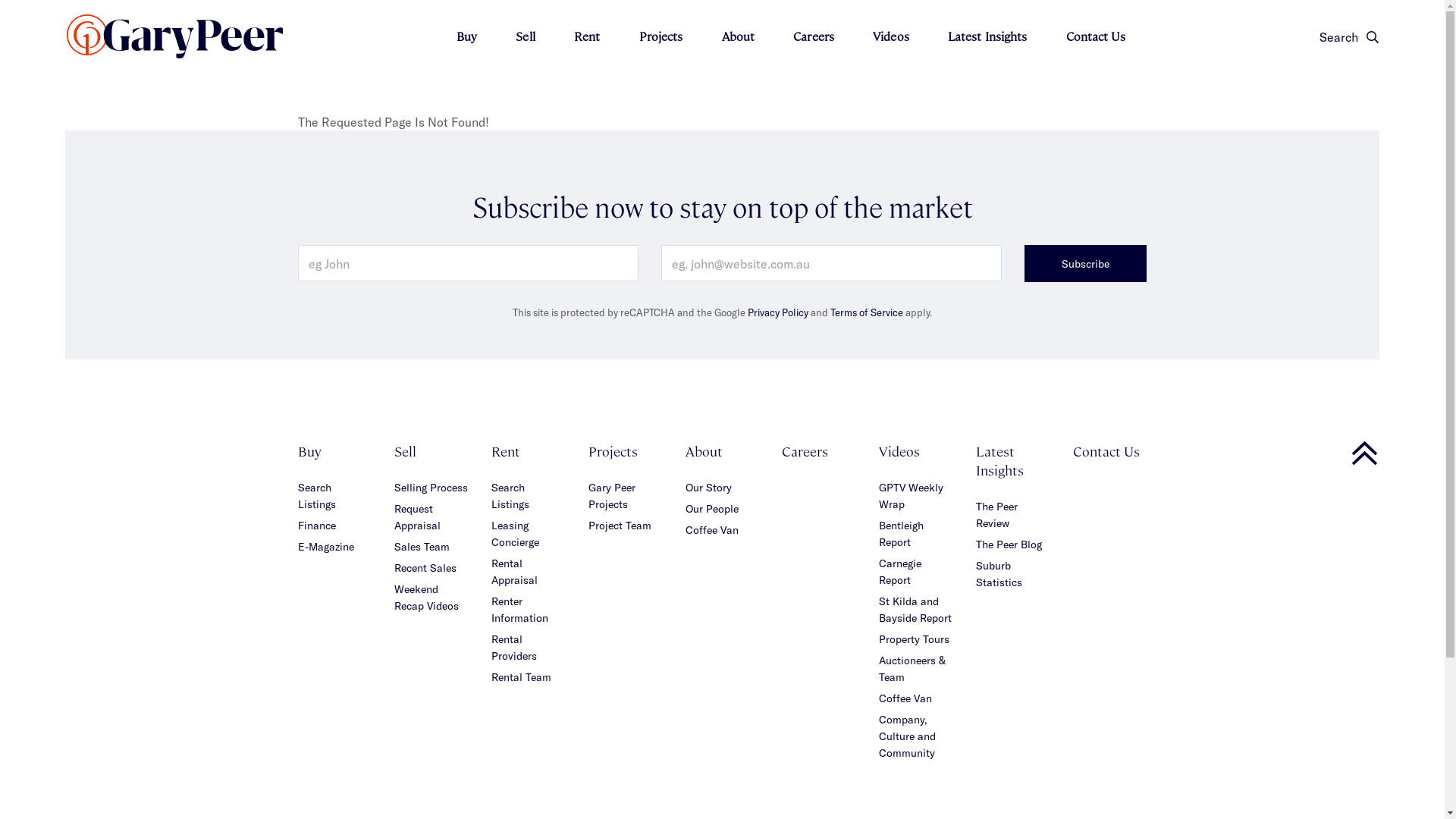 The image size is (1456, 819). What do you see at coordinates (521, 676) in the screenshot?
I see `'Rental Team'` at bounding box center [521, 676].